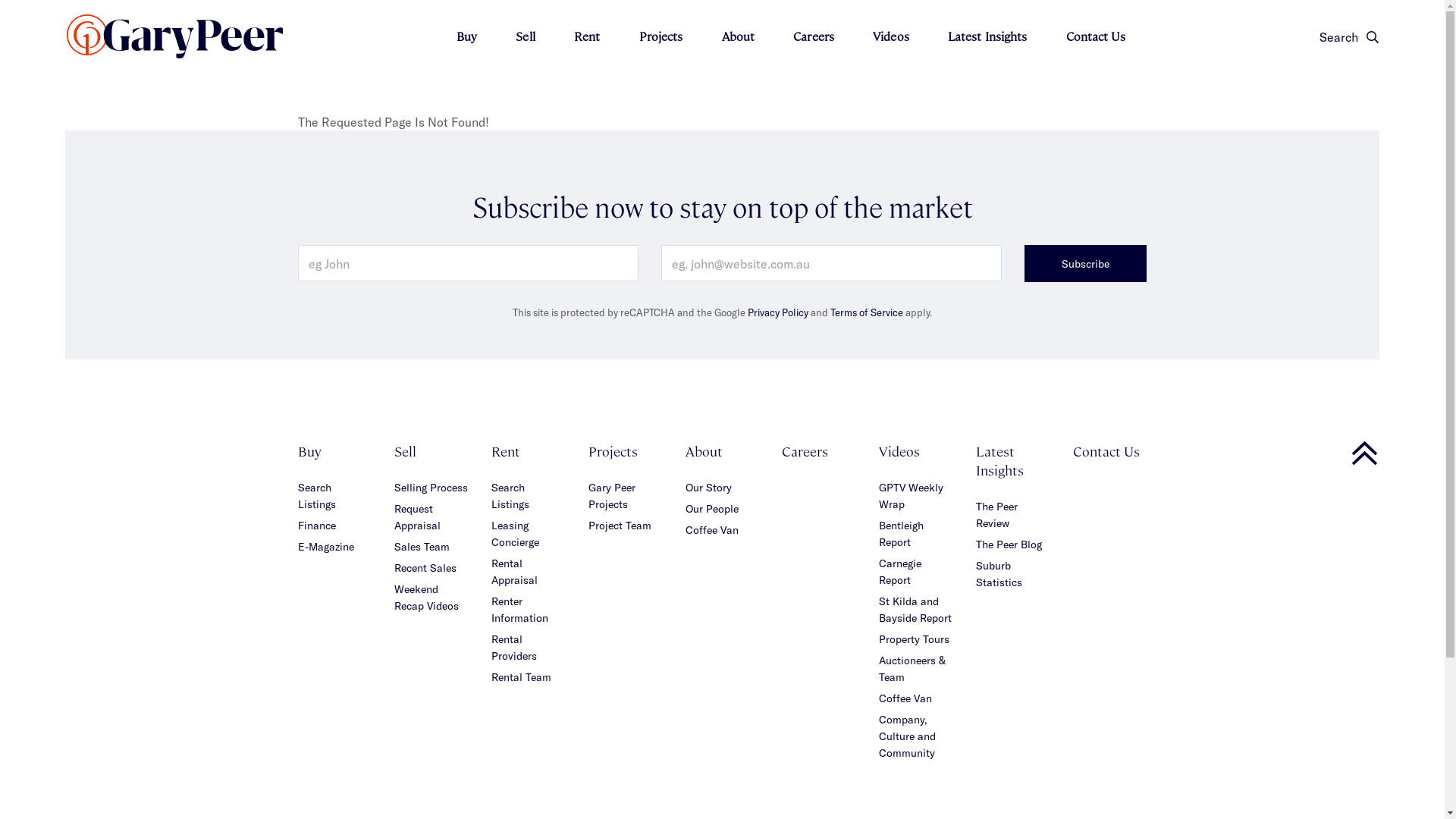 The image size is (1456, 819). What do you see at coordinates (521, 676) in the screenshot?
I see `'Rental Team'` at bounding box center [521, 676].